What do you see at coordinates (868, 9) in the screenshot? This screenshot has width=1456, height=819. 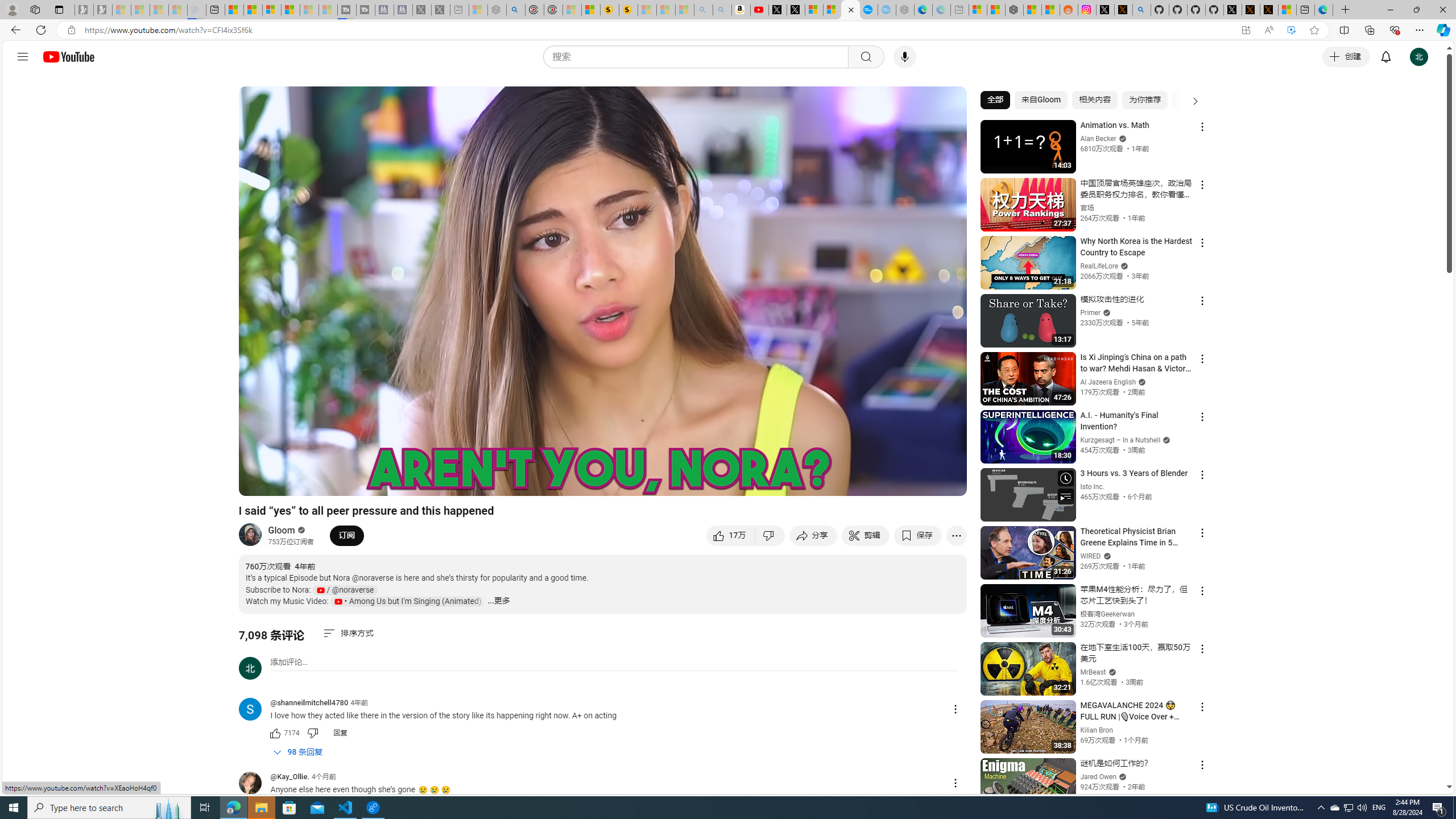 I see `'Opinion: Op-Ed and Commentary - USA TODAY'` at bounding box center [868, 9].